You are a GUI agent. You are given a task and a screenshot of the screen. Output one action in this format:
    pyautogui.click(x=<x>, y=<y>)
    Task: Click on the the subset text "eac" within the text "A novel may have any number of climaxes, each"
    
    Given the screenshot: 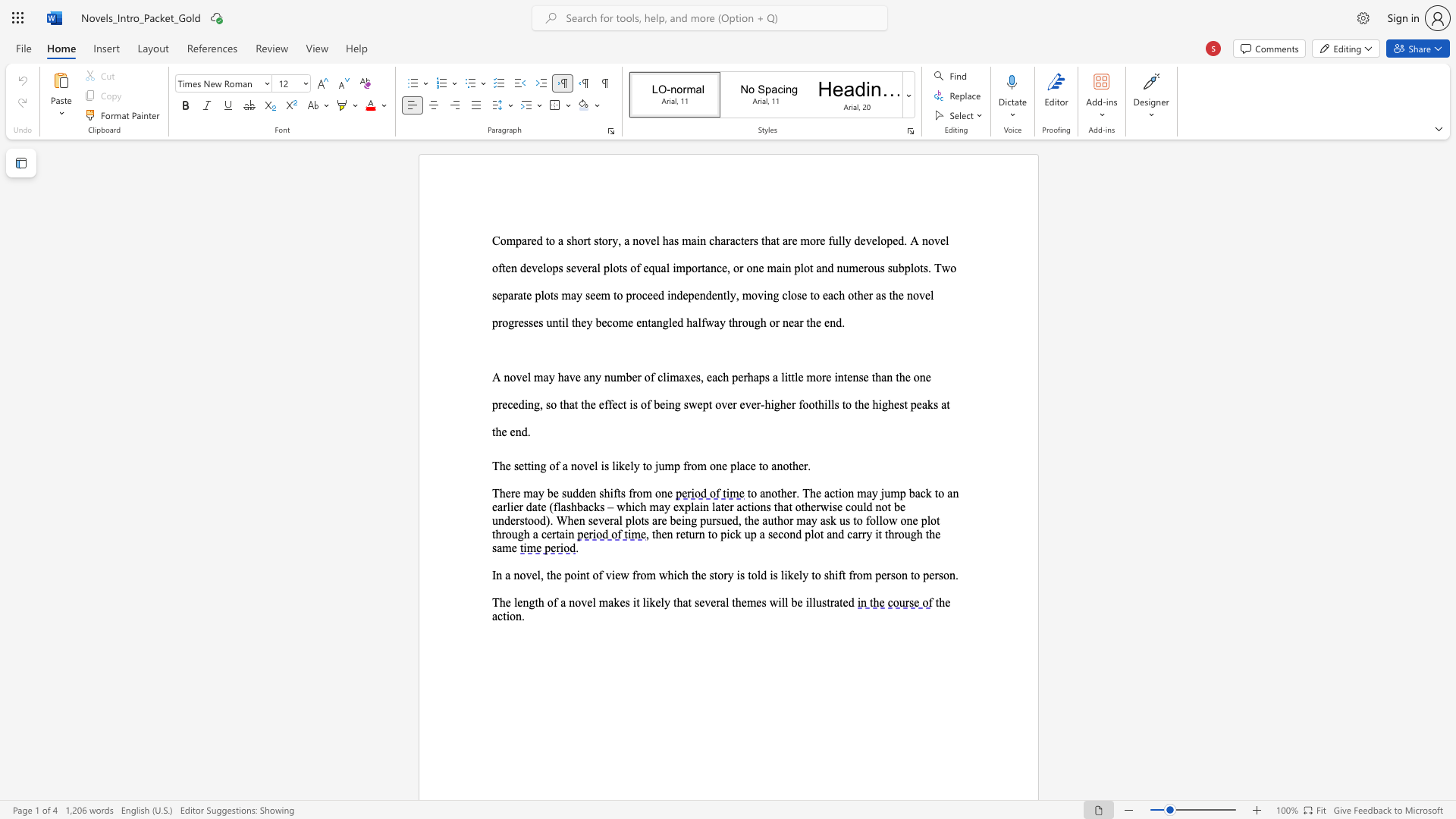 What is the action you would take?
    pyautogui.click(x=705, y=376)
    